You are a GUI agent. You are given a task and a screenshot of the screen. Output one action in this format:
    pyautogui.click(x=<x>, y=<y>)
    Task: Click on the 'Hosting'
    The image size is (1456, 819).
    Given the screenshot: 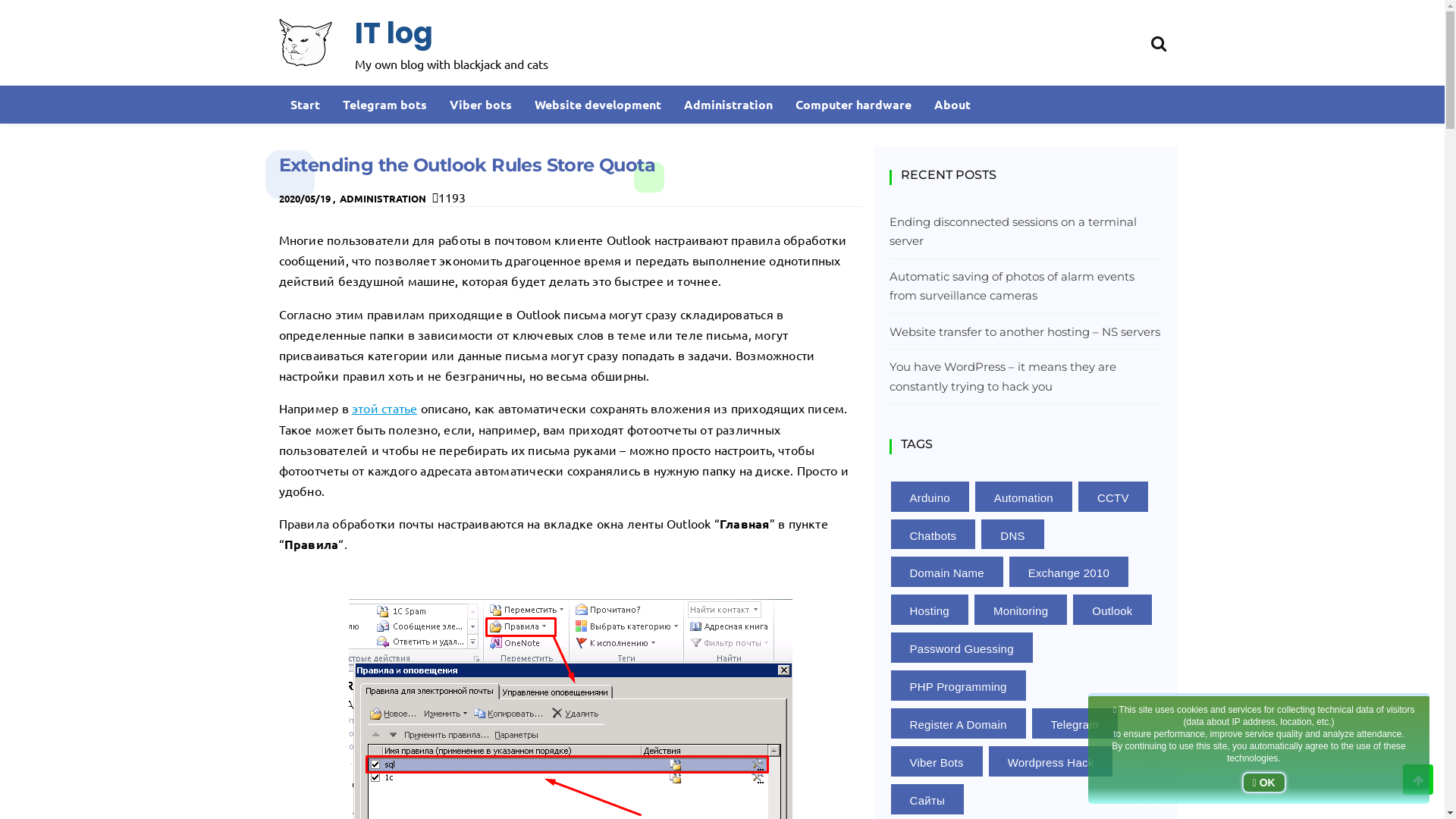 What is the action you would take?
    pyautogui.click(x=927, y=608)
    